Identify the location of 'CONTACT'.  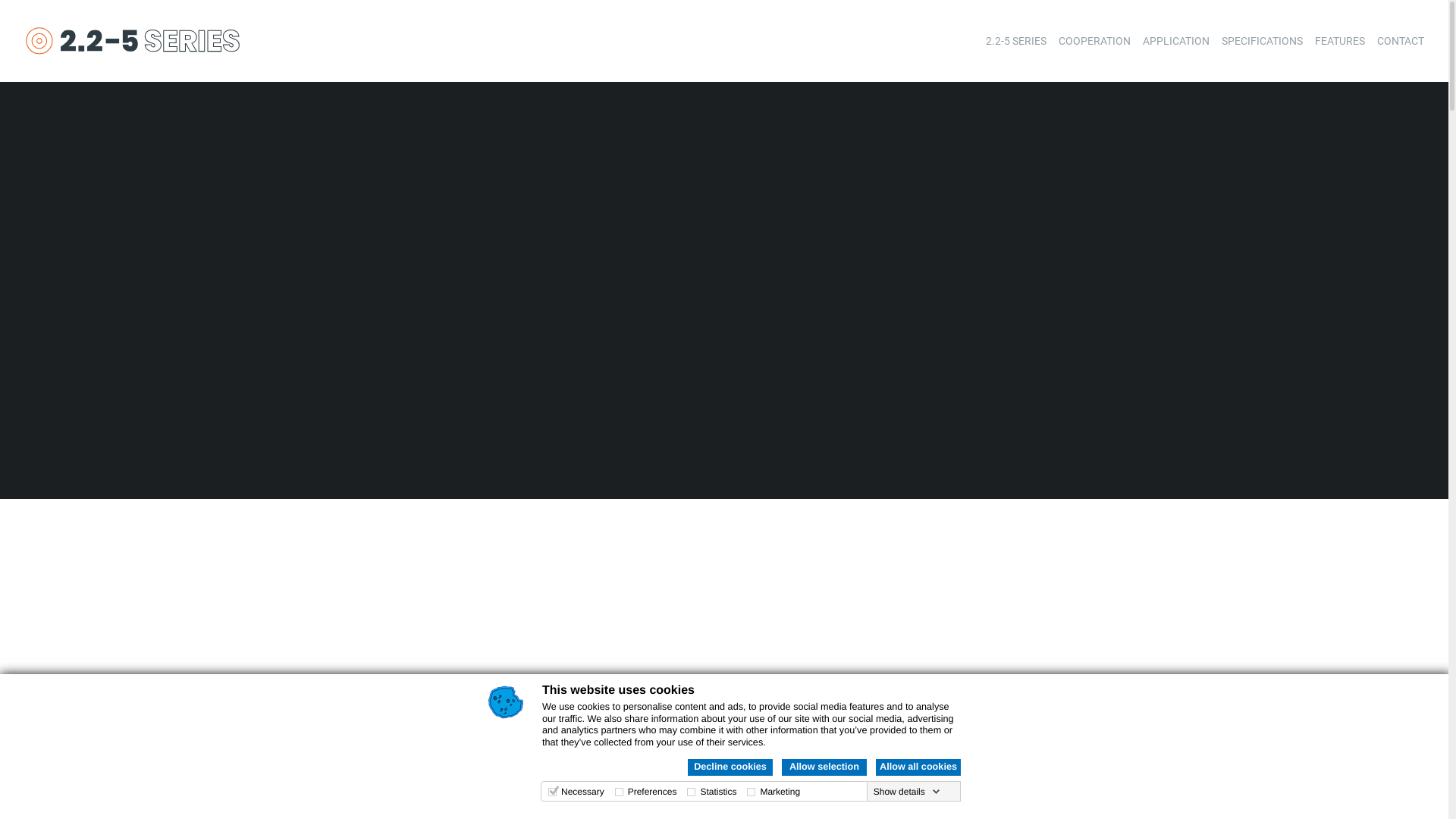
(1376, 40).